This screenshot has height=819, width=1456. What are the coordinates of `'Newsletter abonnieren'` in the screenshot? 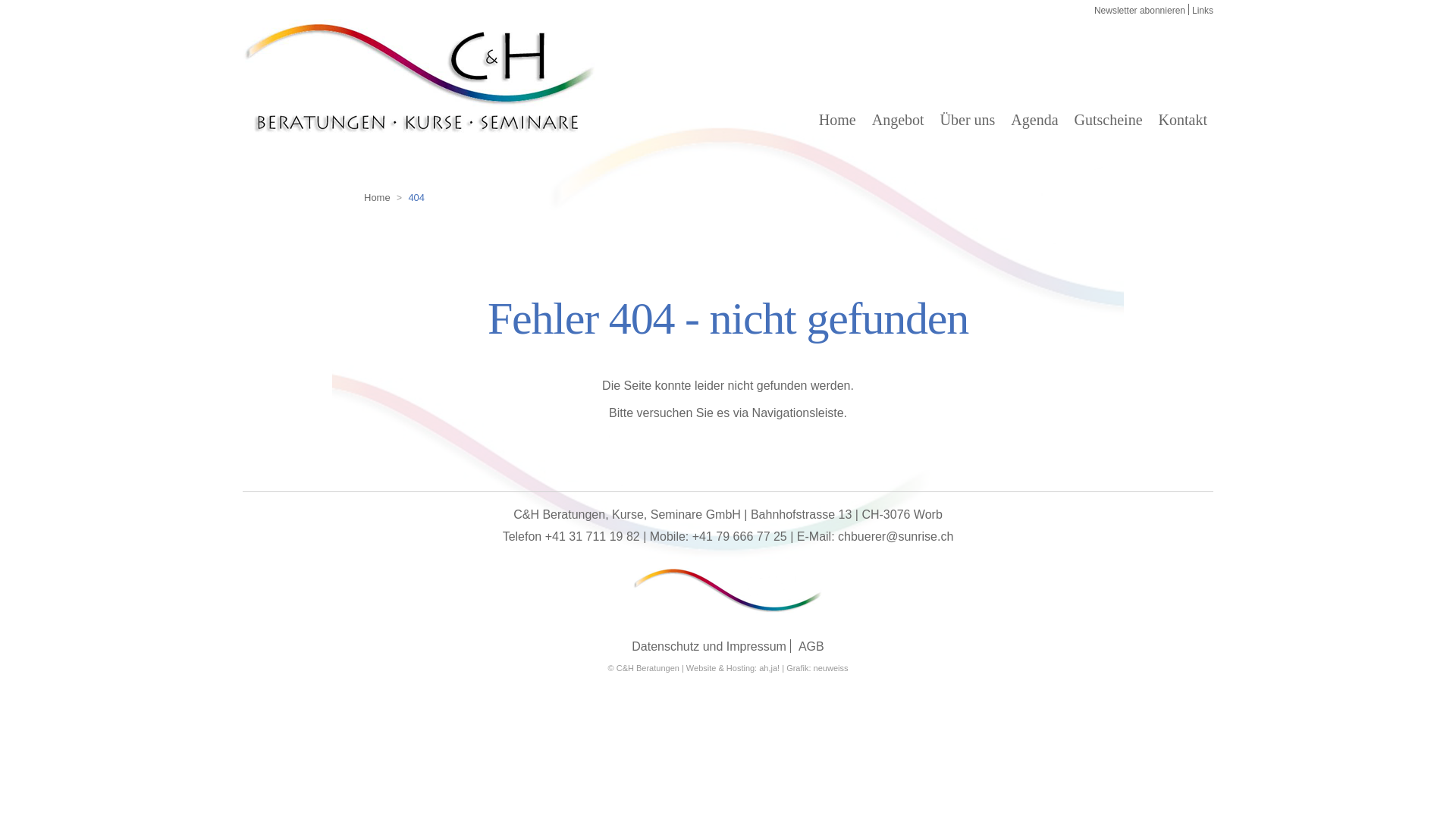 It's located at (1139, 11).